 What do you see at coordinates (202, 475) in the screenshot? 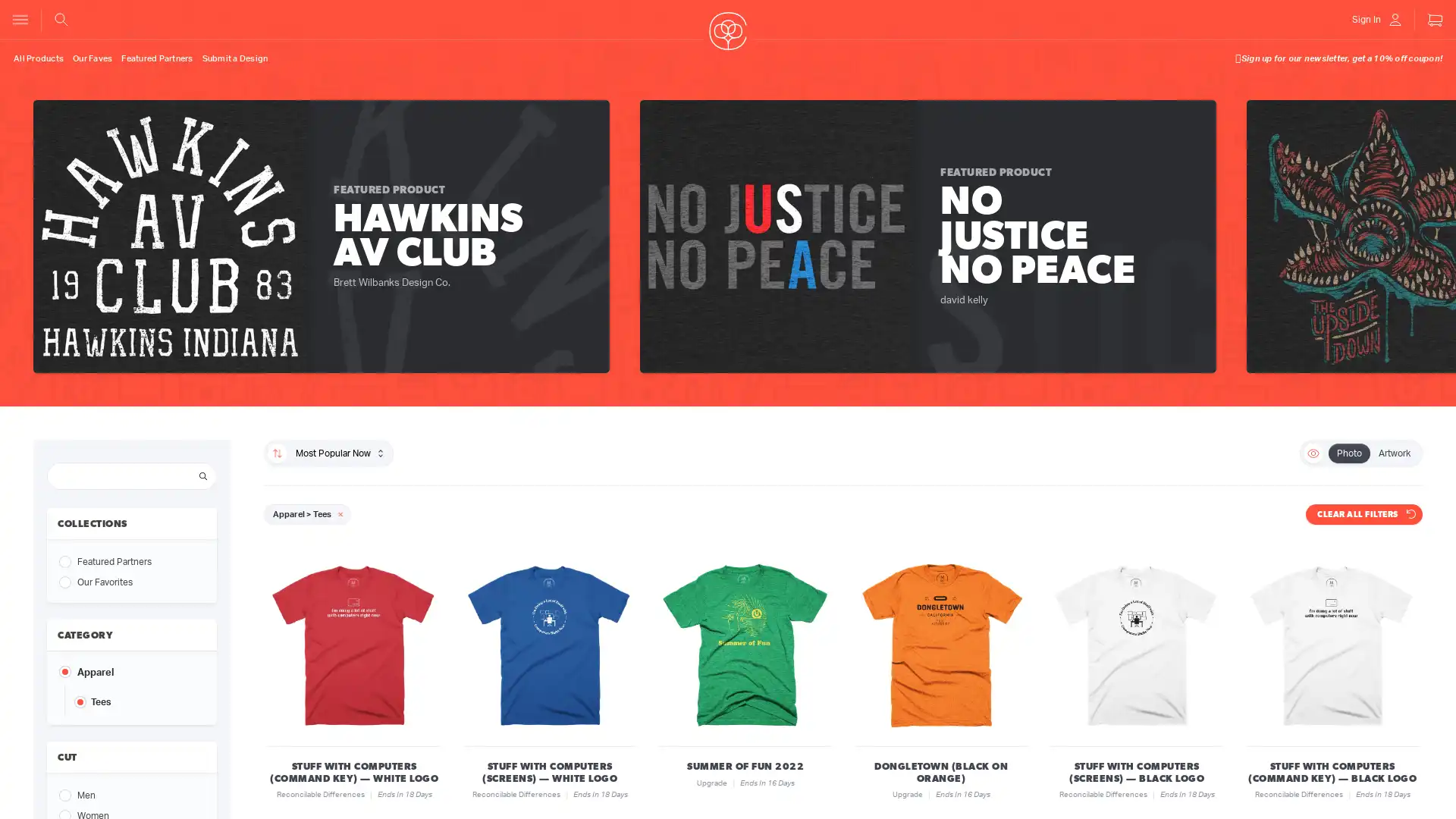
I see `Search` at bounding box center [202, 475].